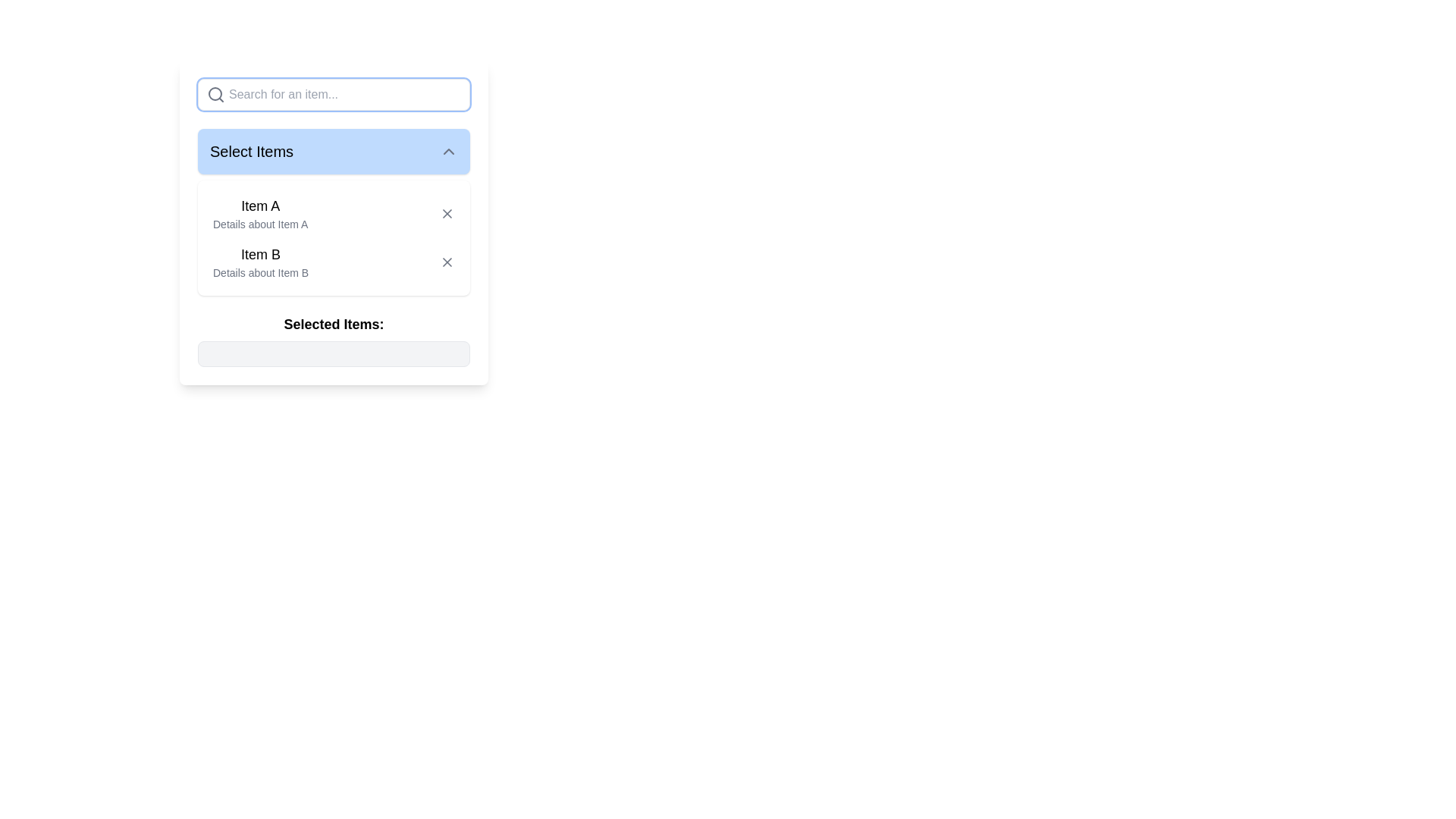  What do you see at coordinates (260, 224) in the screenshot?
I see `the text label displaying 'Details about Item A', which is located below the primary label 'Item A' and is positioned in the upper central area of the interface` at bounding box center [260, 224].